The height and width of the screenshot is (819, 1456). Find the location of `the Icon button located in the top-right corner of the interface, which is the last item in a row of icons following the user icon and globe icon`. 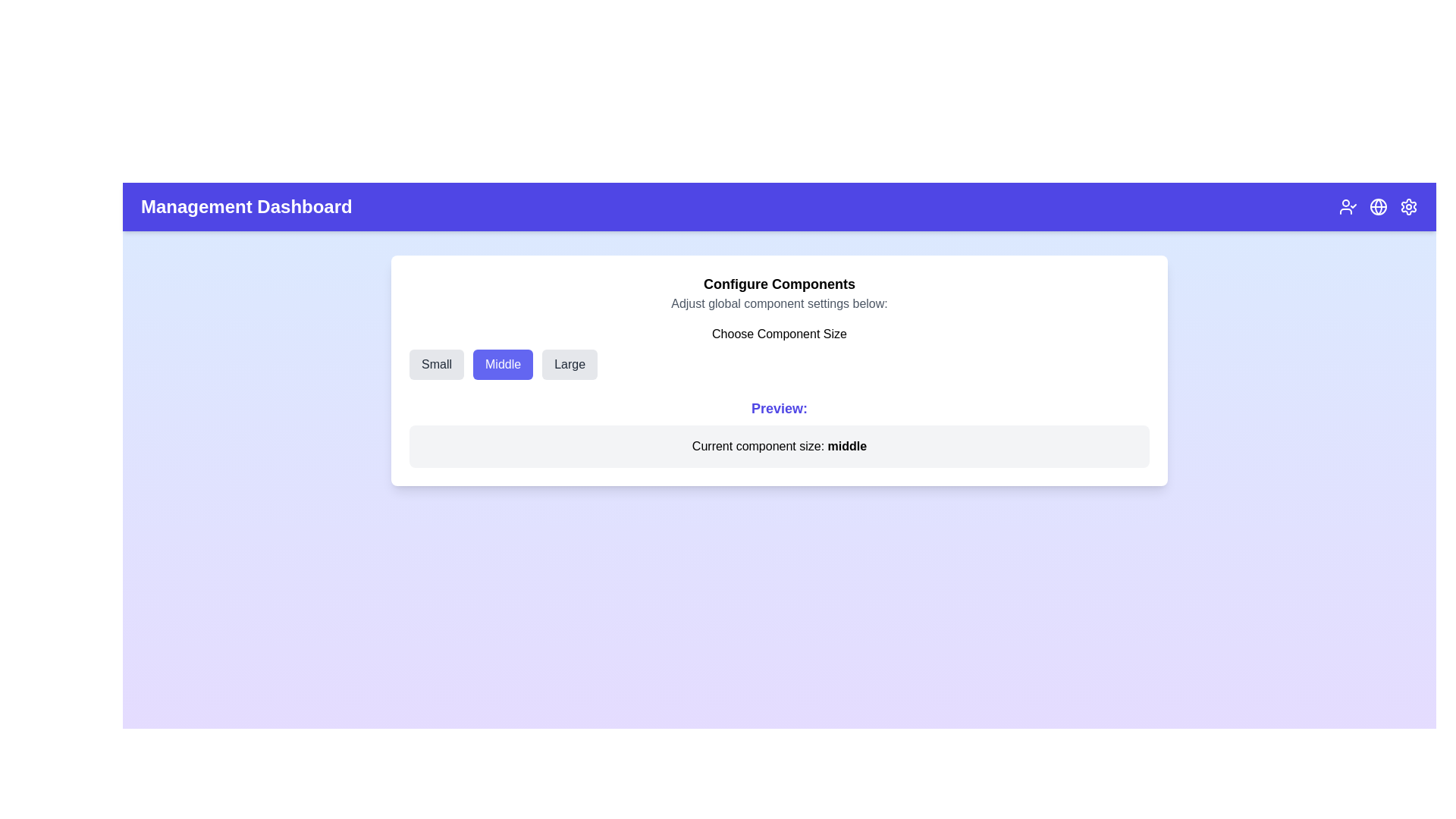

the Icon button located in the top-right corner of the interface, which is the last item in a row of icons following the user icon and globe icon is located at coordinates (1407, 207).